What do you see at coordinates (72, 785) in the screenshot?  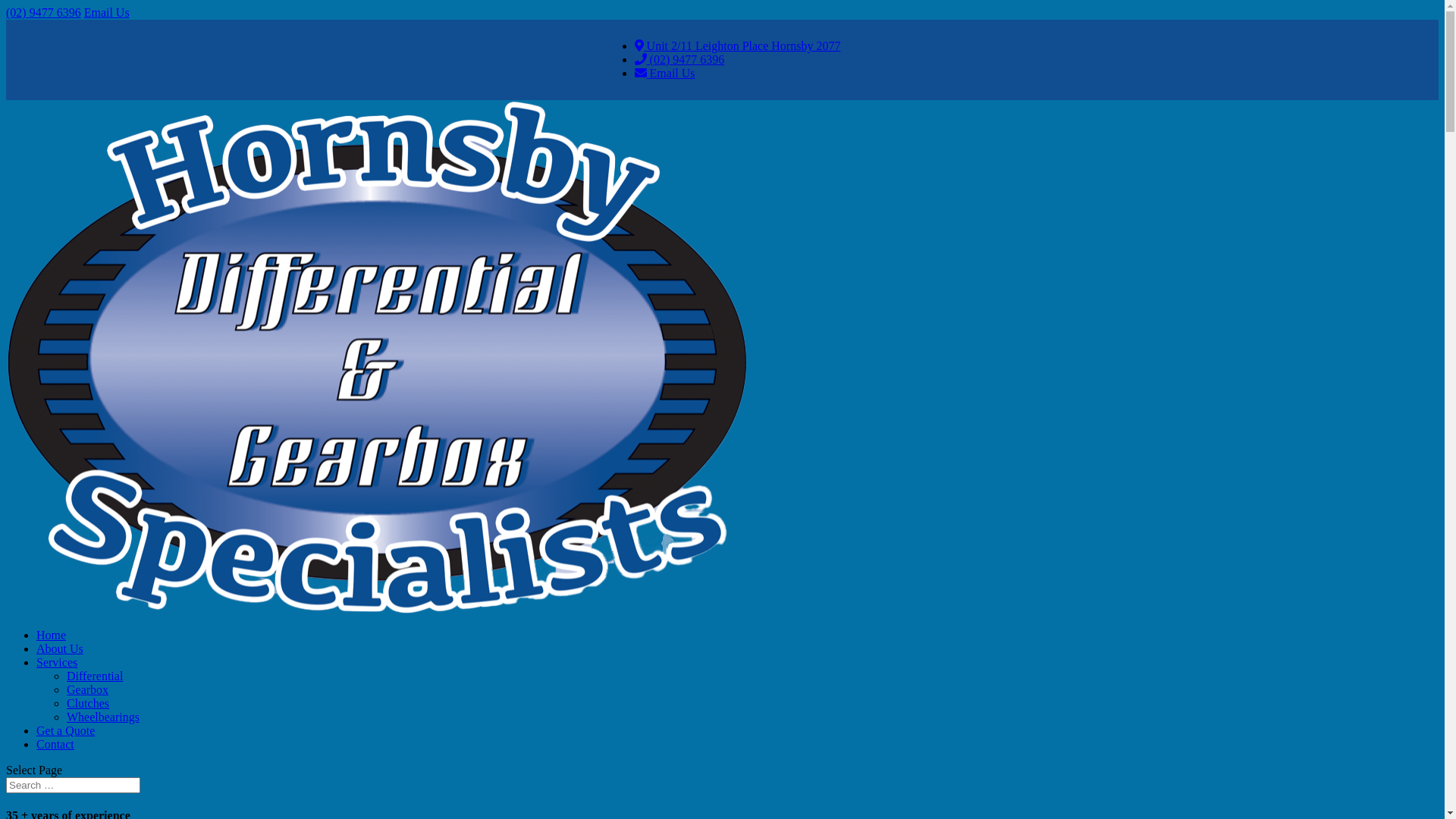 I see `'Search for:'` at bounding box center [72, 785].